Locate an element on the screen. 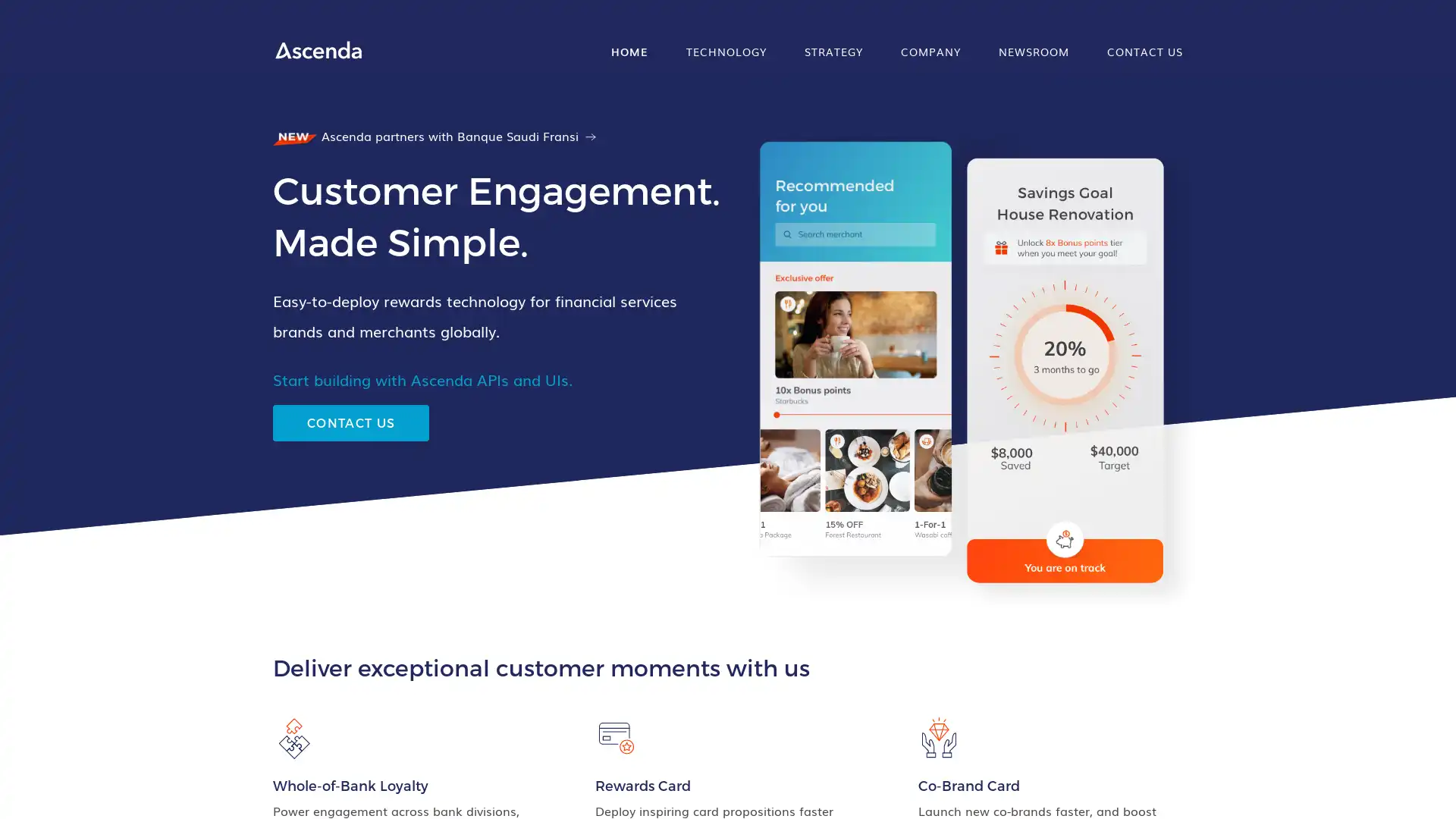 Image resolution: width=1456 pixels, height=819 pixels. animation is located at coordinates (984, 370).